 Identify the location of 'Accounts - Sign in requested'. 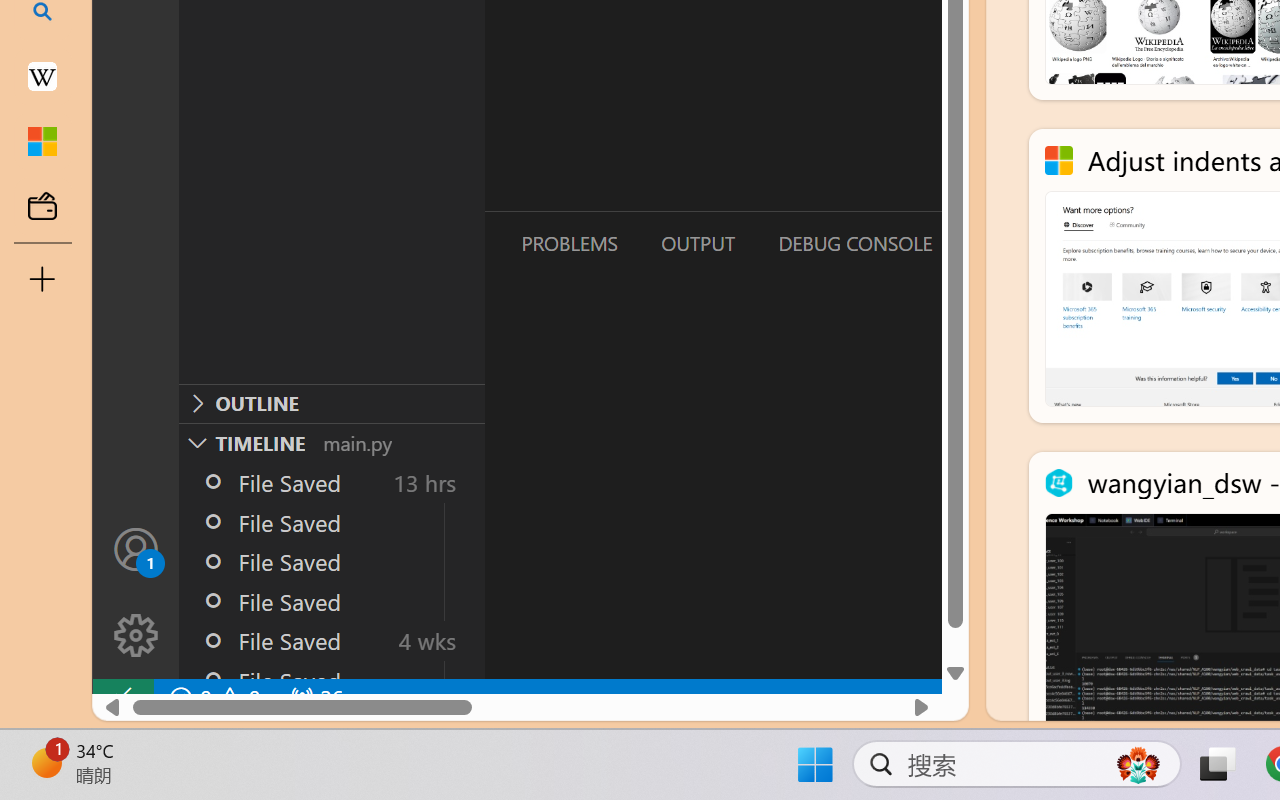
(134, 548).